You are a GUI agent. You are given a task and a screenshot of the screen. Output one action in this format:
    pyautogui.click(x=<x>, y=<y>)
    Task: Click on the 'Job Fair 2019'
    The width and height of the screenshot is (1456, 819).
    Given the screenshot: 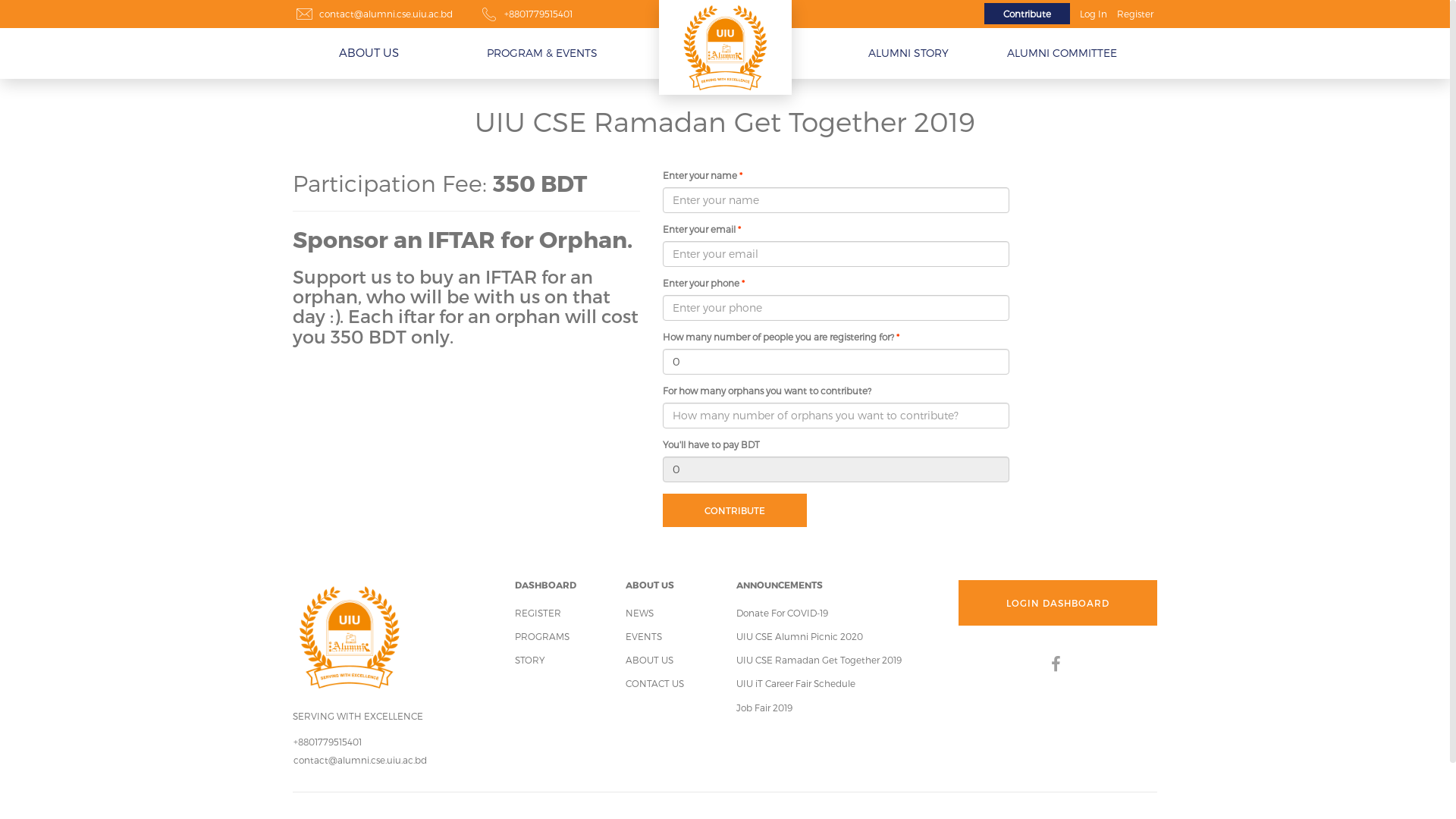 What is the action you would take?
    pyautogui.click(x=764, y=708)
    